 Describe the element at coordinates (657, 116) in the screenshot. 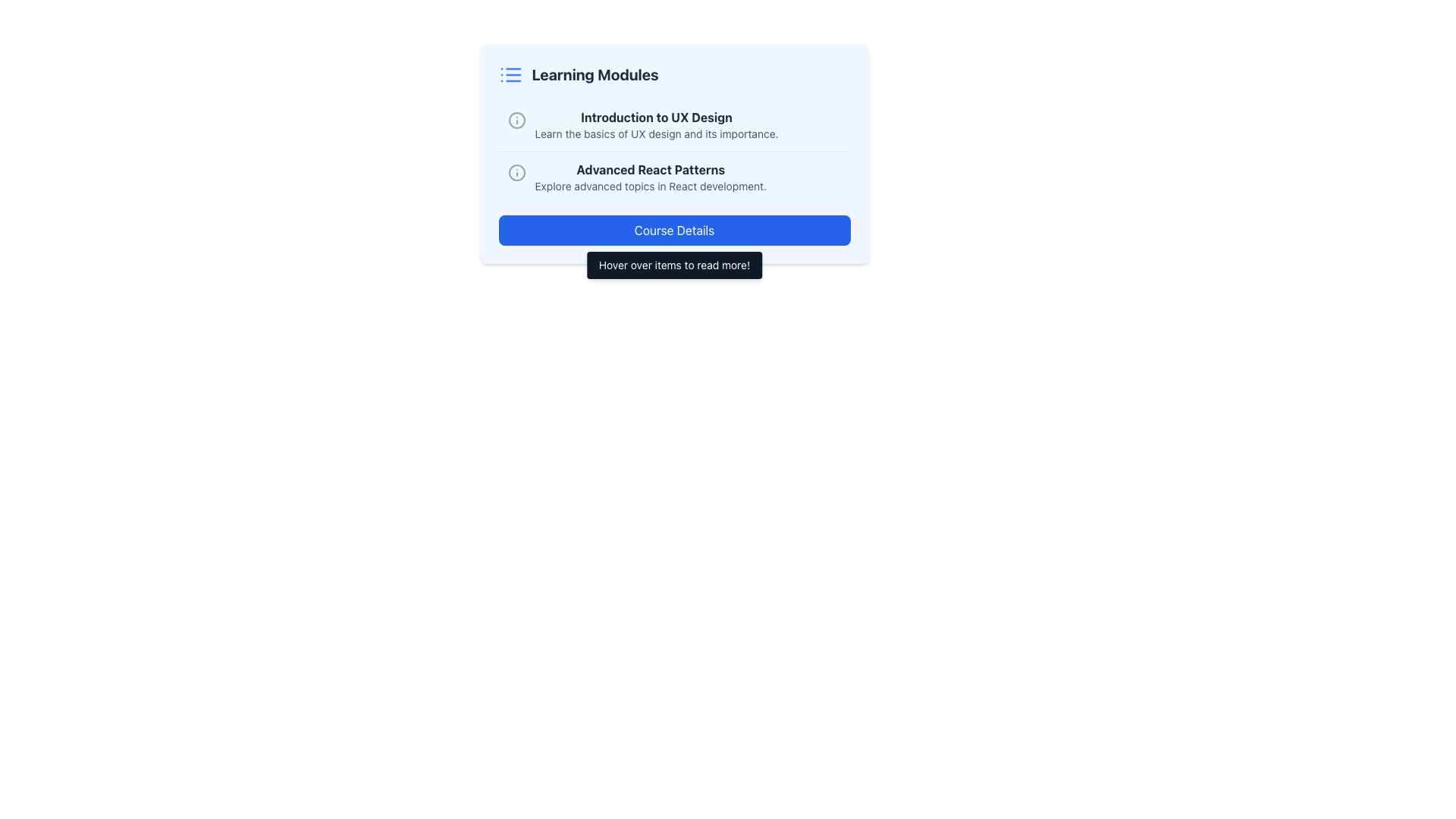

I see `title text located in the 'Learning Modules' section, positioned above the description 'Learn the basics of UX design and its importance.'` at that location.